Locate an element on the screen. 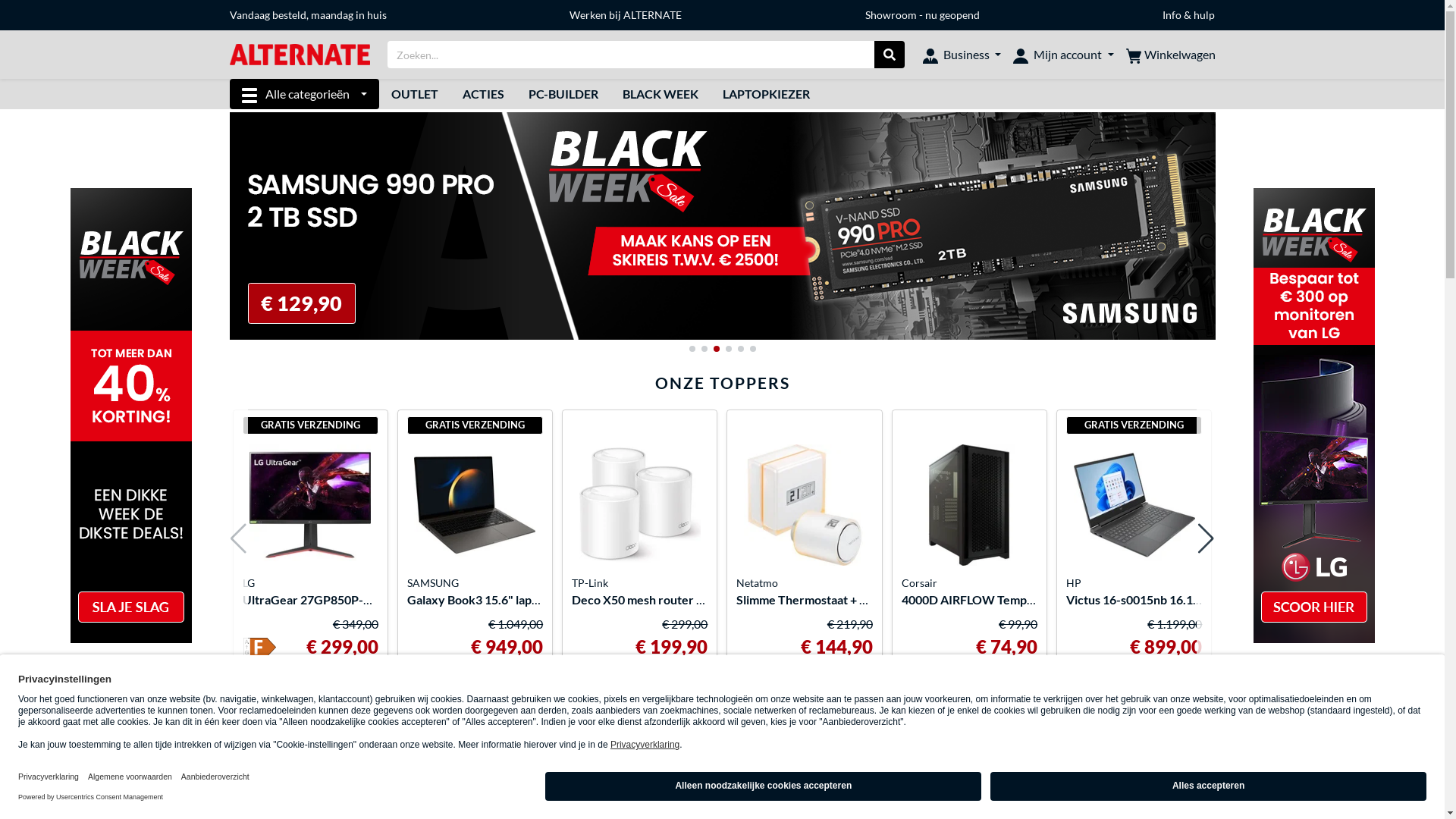 Image resolution: width=1456 pixels, height=819 pixels. 'OUTLET' is located at coordinates (415, 93).